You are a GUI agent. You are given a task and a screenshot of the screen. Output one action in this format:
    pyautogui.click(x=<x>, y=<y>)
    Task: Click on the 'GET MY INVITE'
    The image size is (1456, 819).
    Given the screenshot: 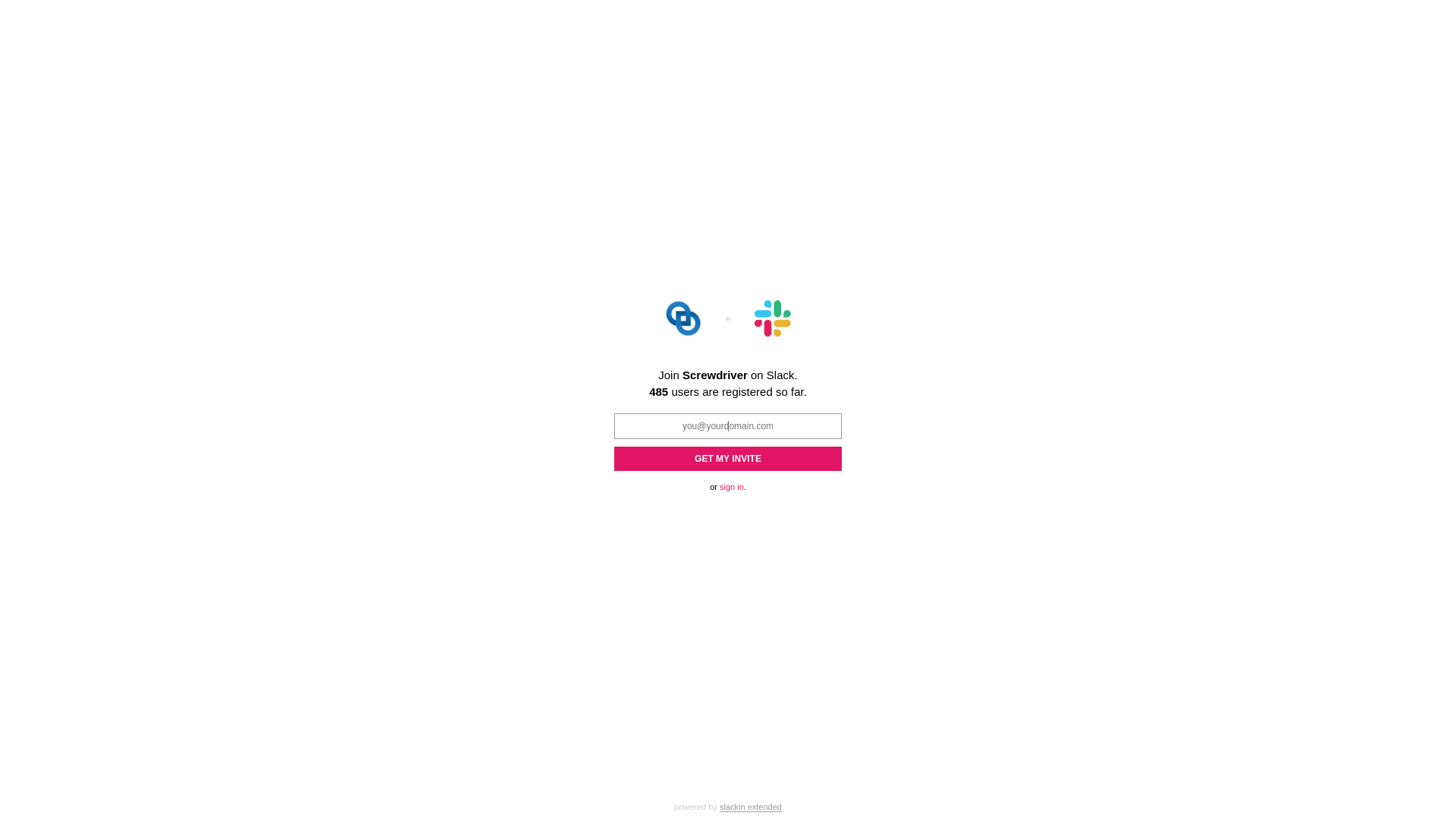 What is the action you would take?
    pyautogui.click(x=728, y=457)
    